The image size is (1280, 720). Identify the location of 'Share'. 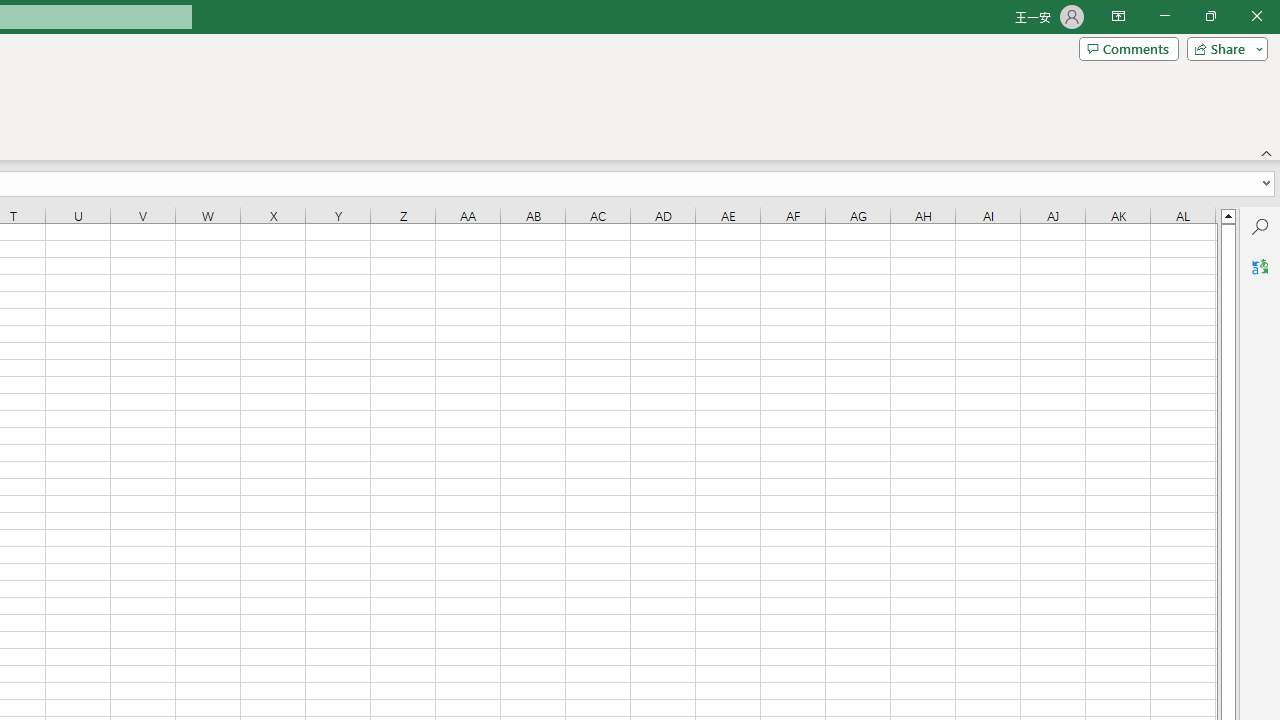
(1222, 47).